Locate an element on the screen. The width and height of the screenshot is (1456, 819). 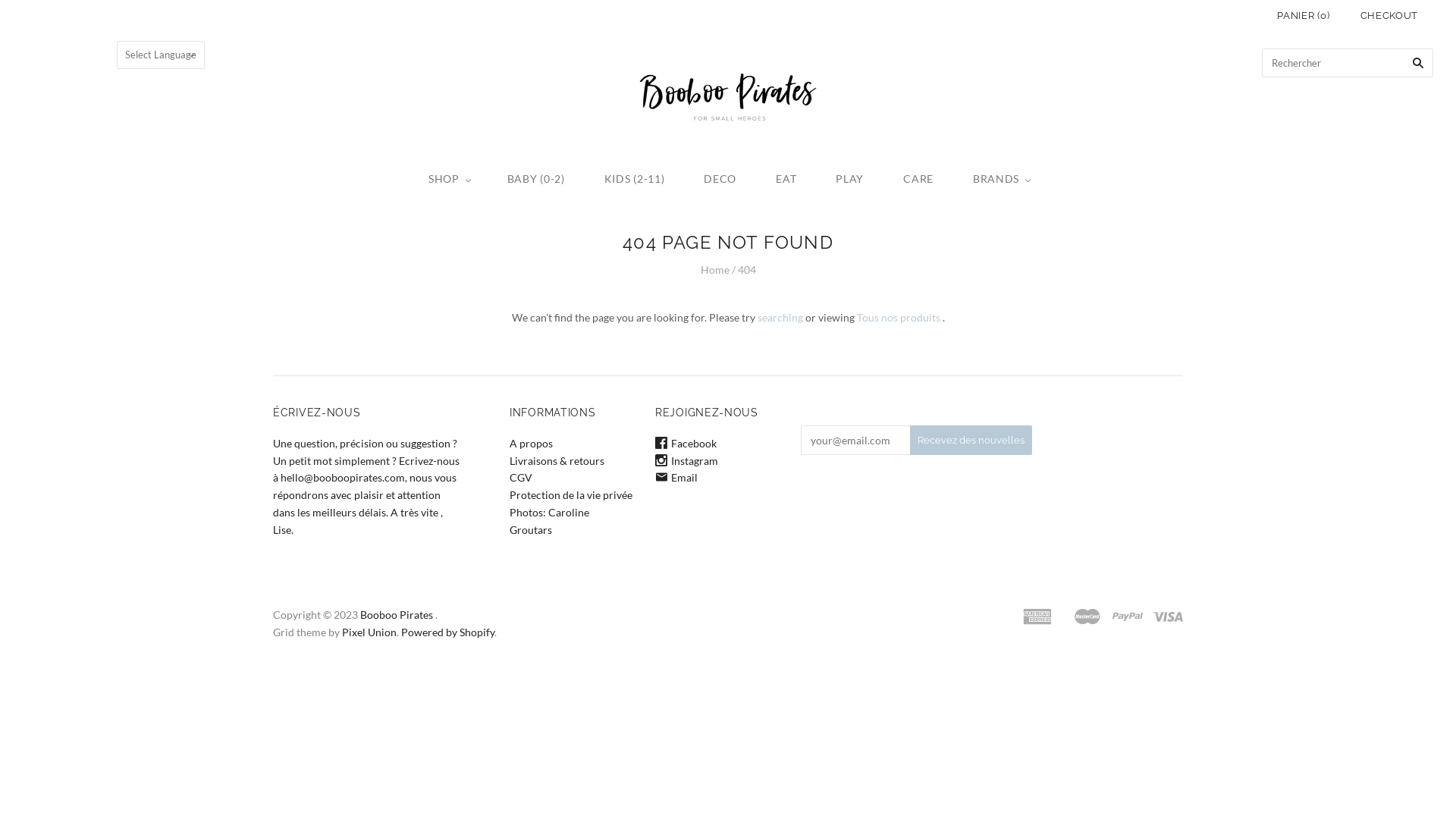
'Pixel Union' is located at coordinates (369, 632).